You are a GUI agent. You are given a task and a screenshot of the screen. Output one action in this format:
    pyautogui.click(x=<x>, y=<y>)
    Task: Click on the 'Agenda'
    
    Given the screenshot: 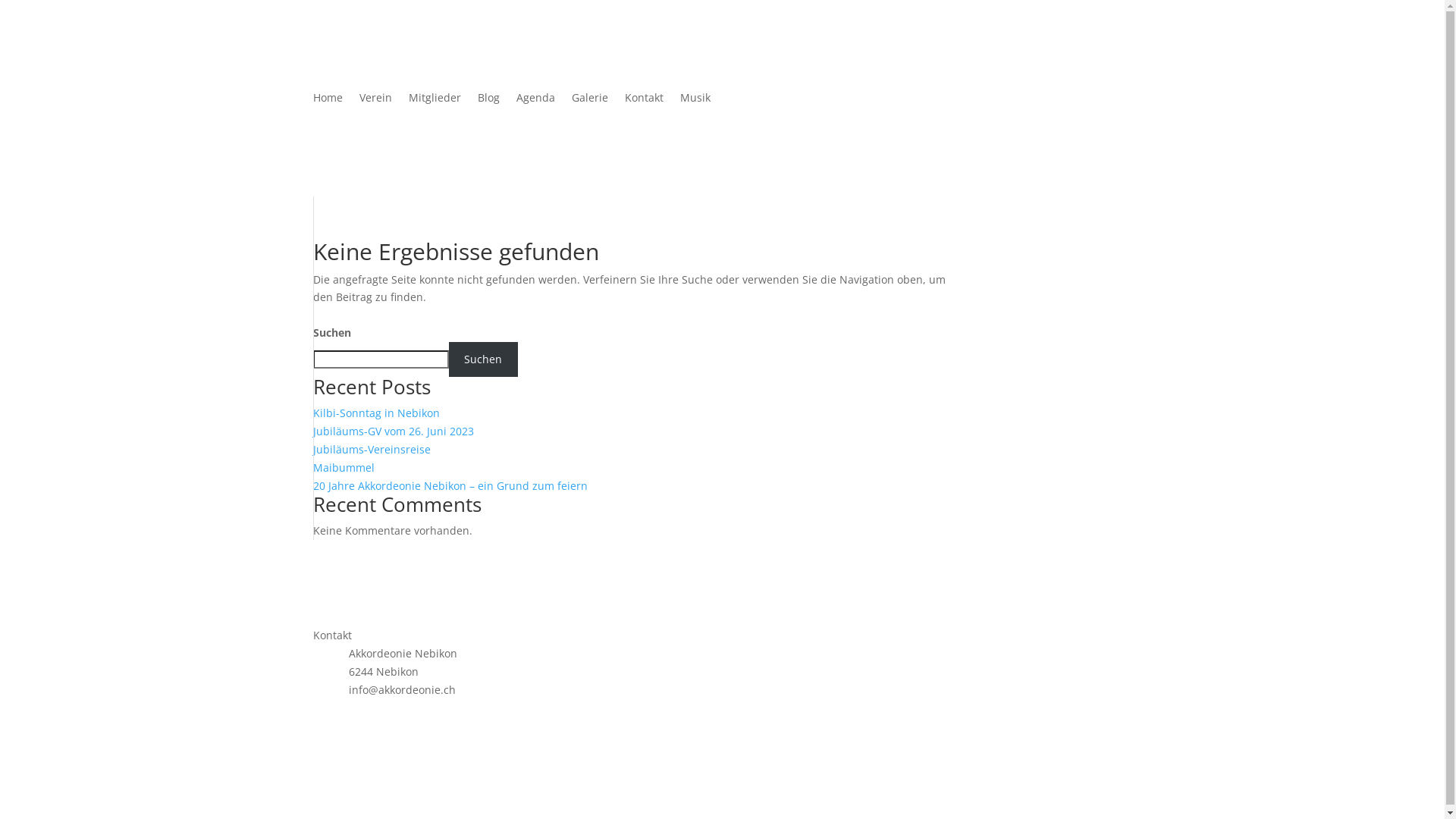 What is the action you would take?
    pyautogui.click(x=535, y=100)
    